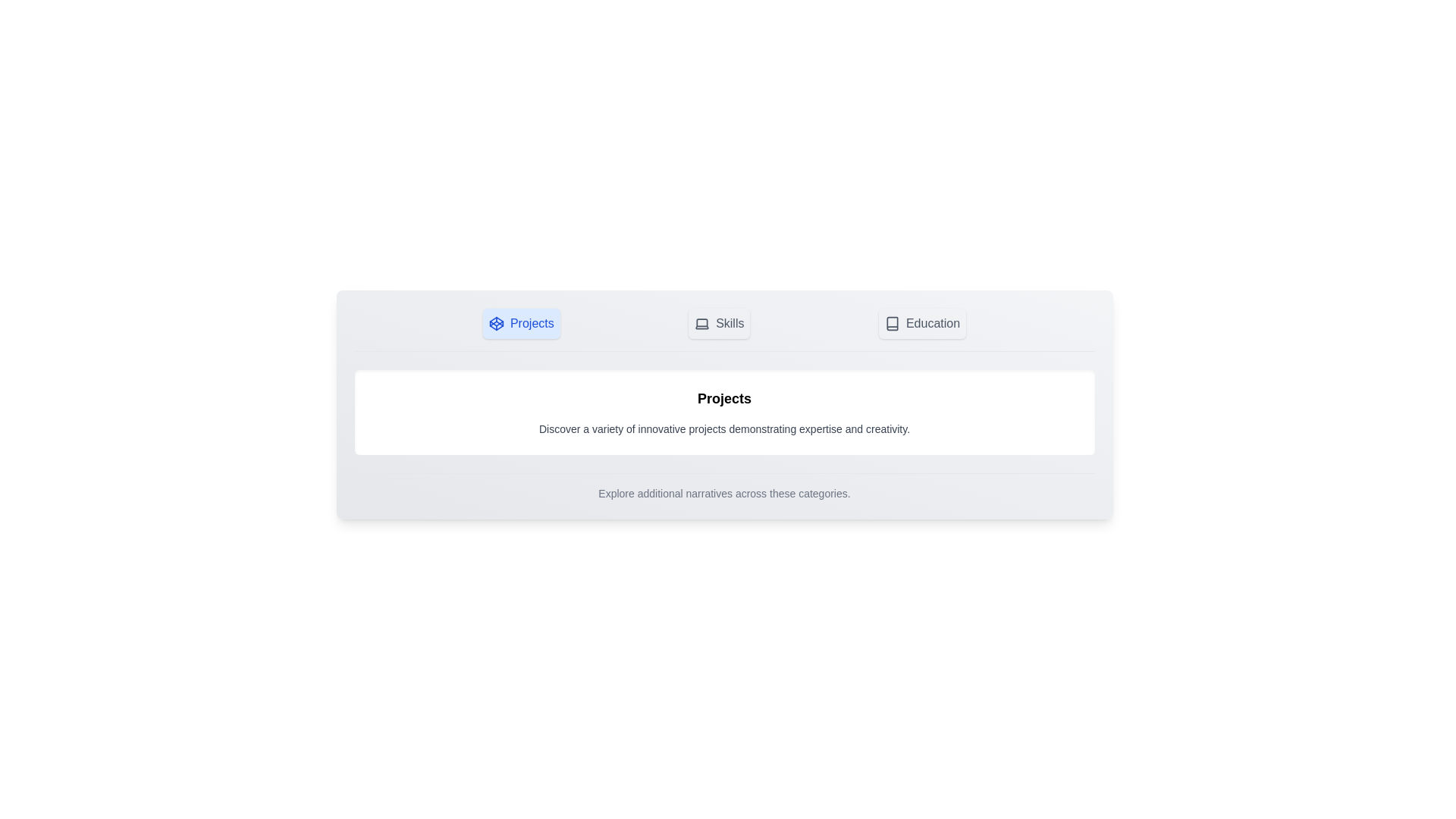  Describe the element at coordinates (723, 397) in the screenshot. I see `the 'Projects' Text Label` at that location.